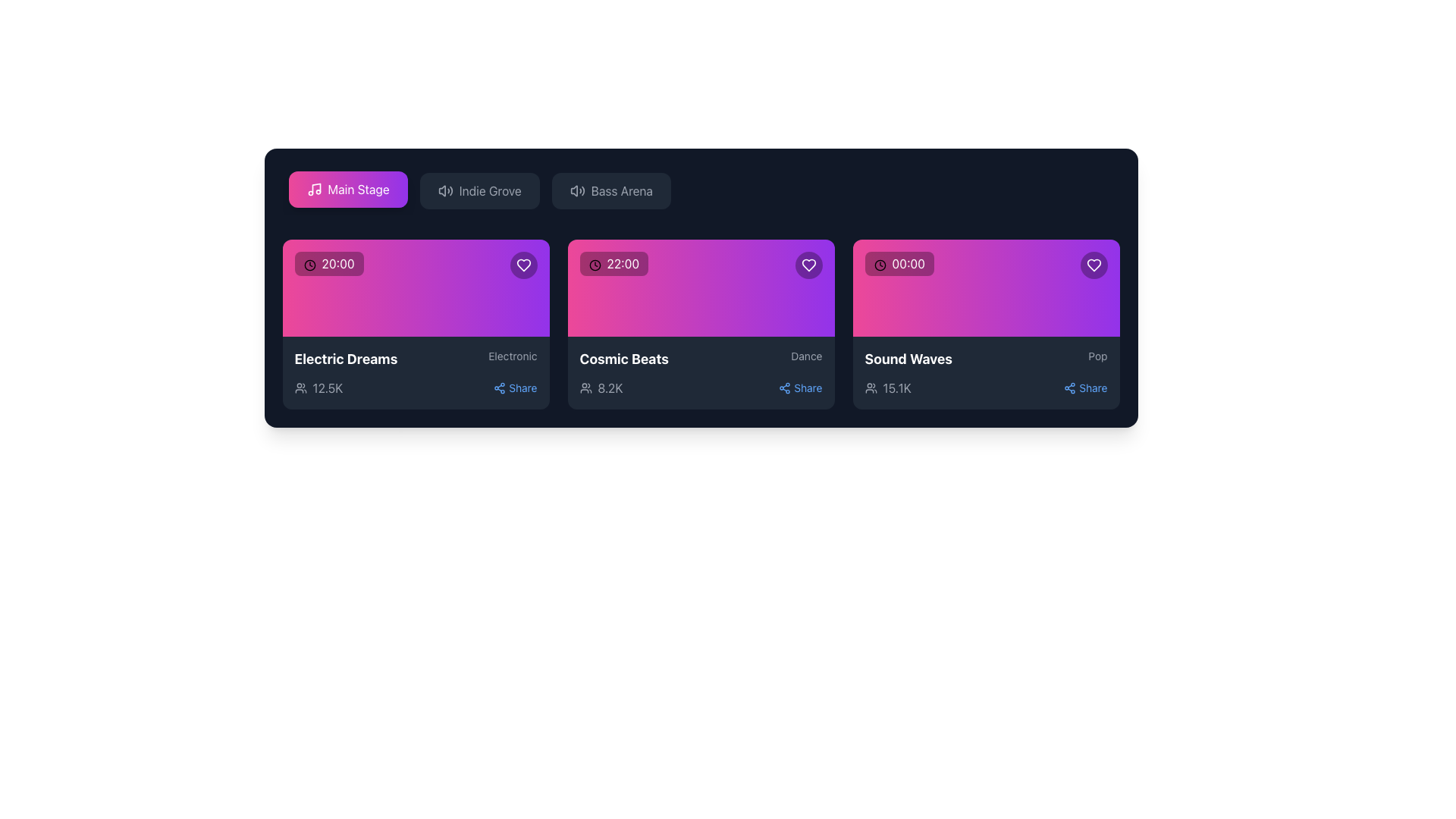  Describe the element at coordinates (611, 190) in the screenshot. I see `the third button in the horizontal list` at that location.